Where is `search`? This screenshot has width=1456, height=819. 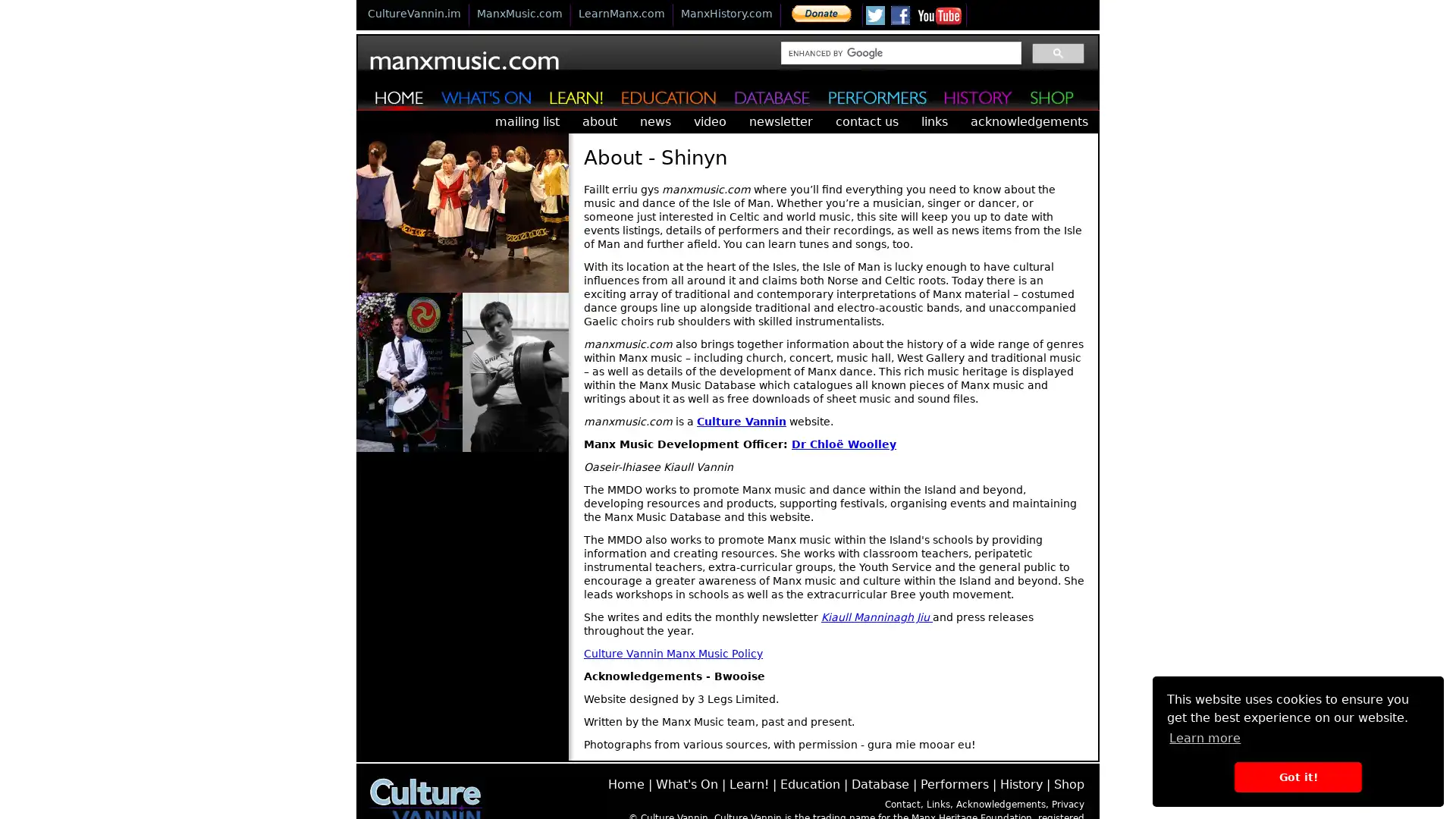 search is located at coordinates (1057, 52).